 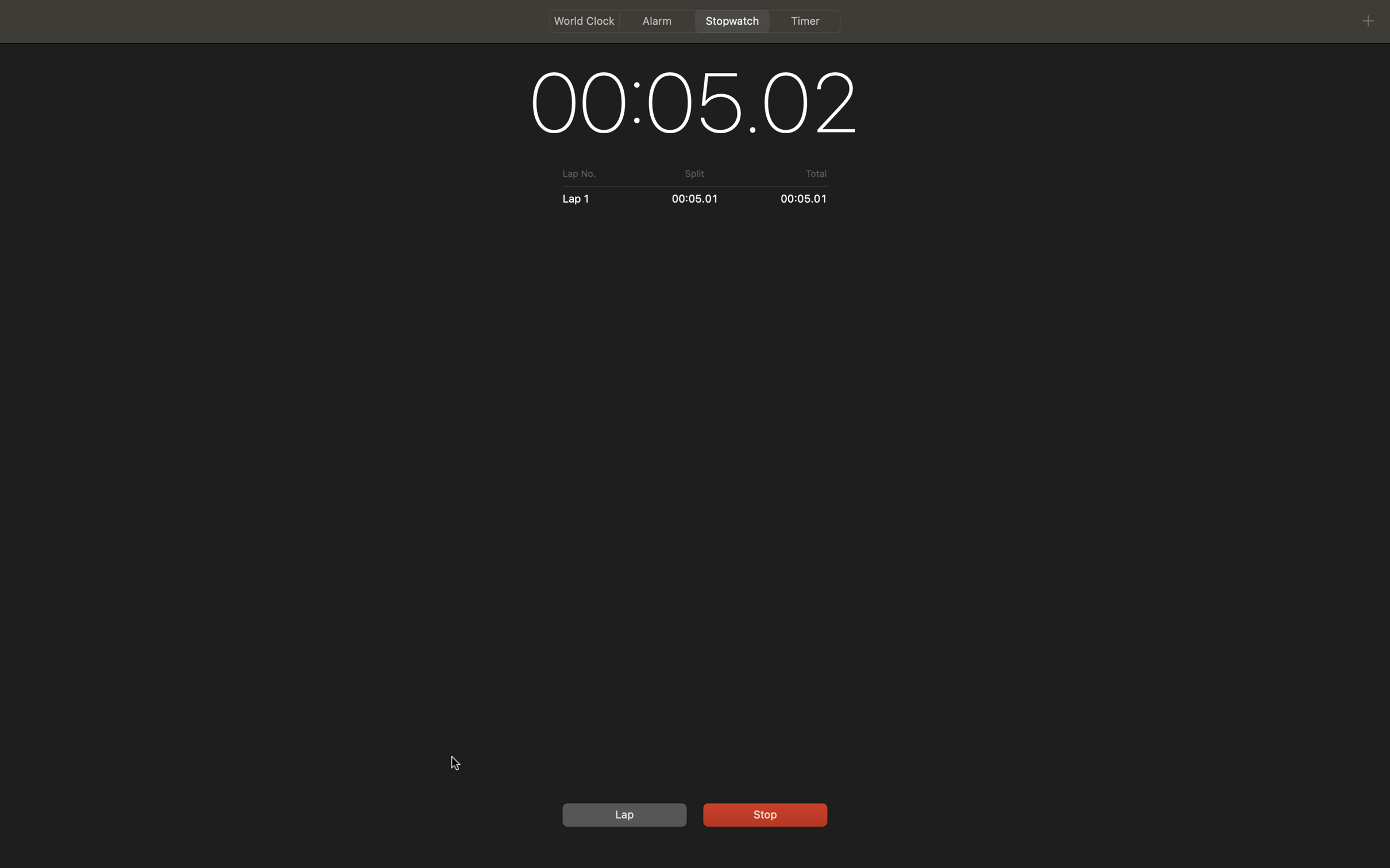 I want to click on the timer and then resume it, so click(x=763, y=813).